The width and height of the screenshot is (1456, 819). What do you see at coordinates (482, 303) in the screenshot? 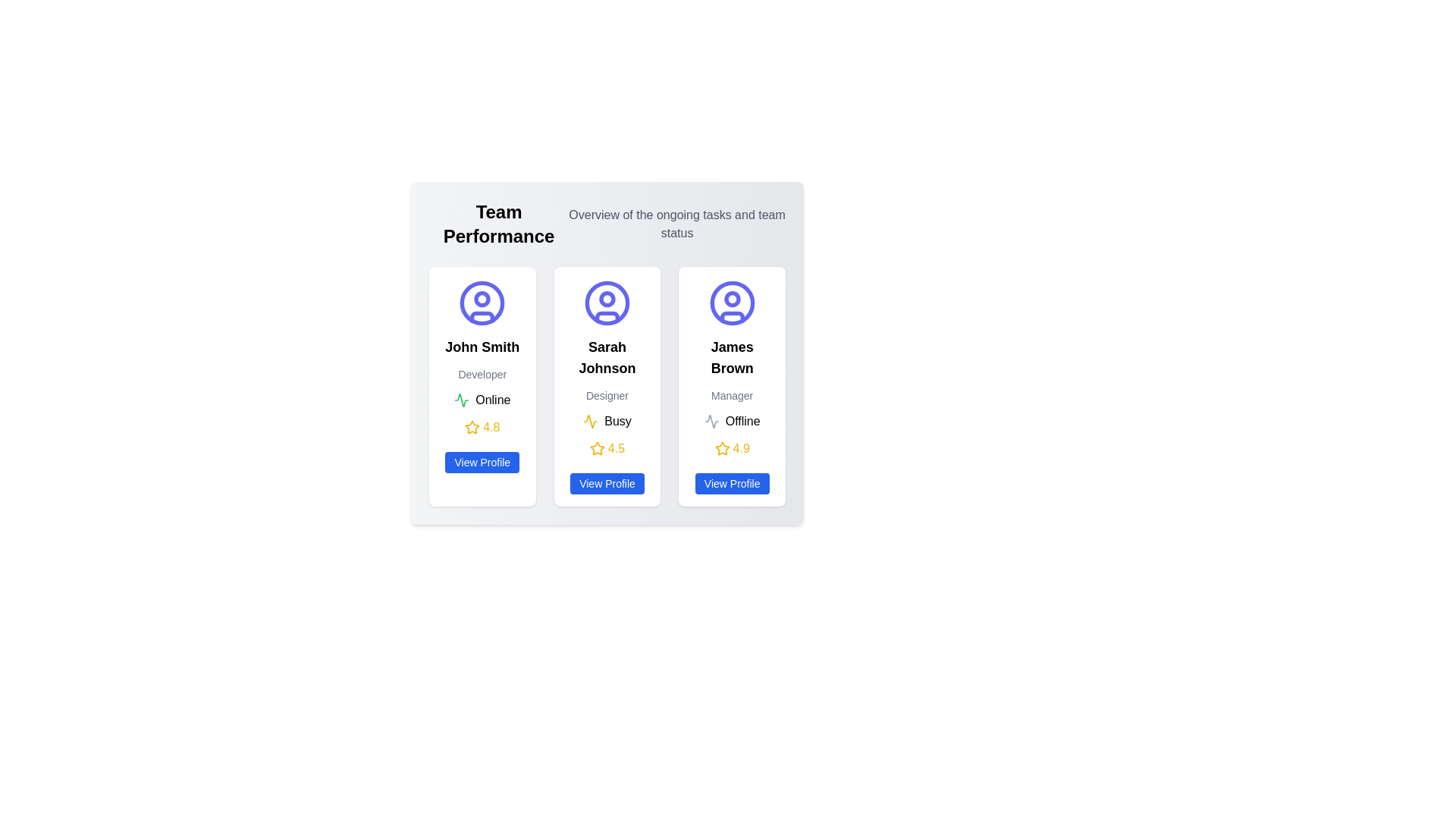
I see `the circular user icon element for 'John Smith' in the avatar section, which is positioned prominently and is the larger of two concentric circles` at bounding box center [482, 303].